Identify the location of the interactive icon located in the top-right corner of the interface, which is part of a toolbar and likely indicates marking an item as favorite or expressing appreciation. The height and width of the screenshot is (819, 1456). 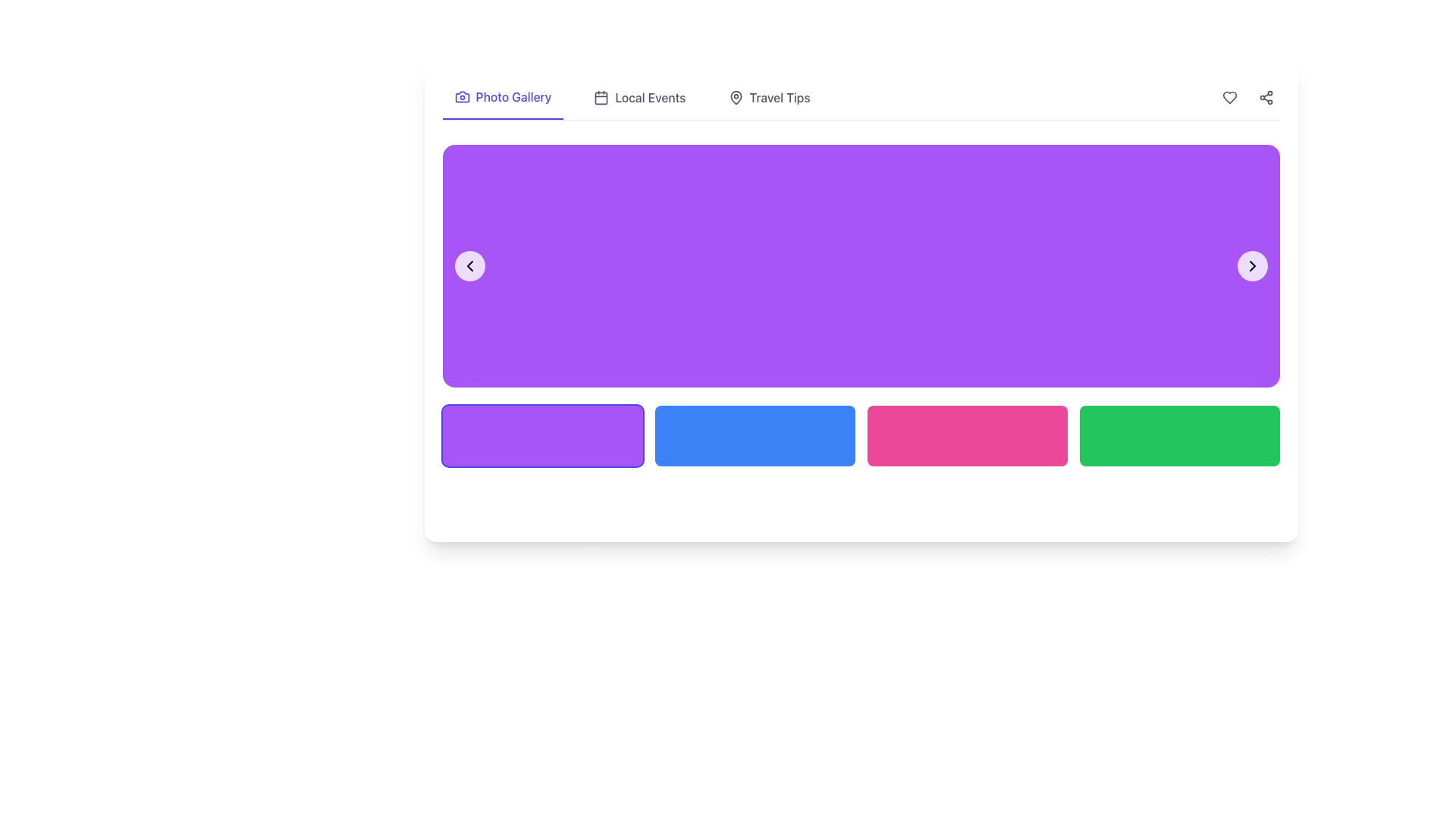
(1229, 97).